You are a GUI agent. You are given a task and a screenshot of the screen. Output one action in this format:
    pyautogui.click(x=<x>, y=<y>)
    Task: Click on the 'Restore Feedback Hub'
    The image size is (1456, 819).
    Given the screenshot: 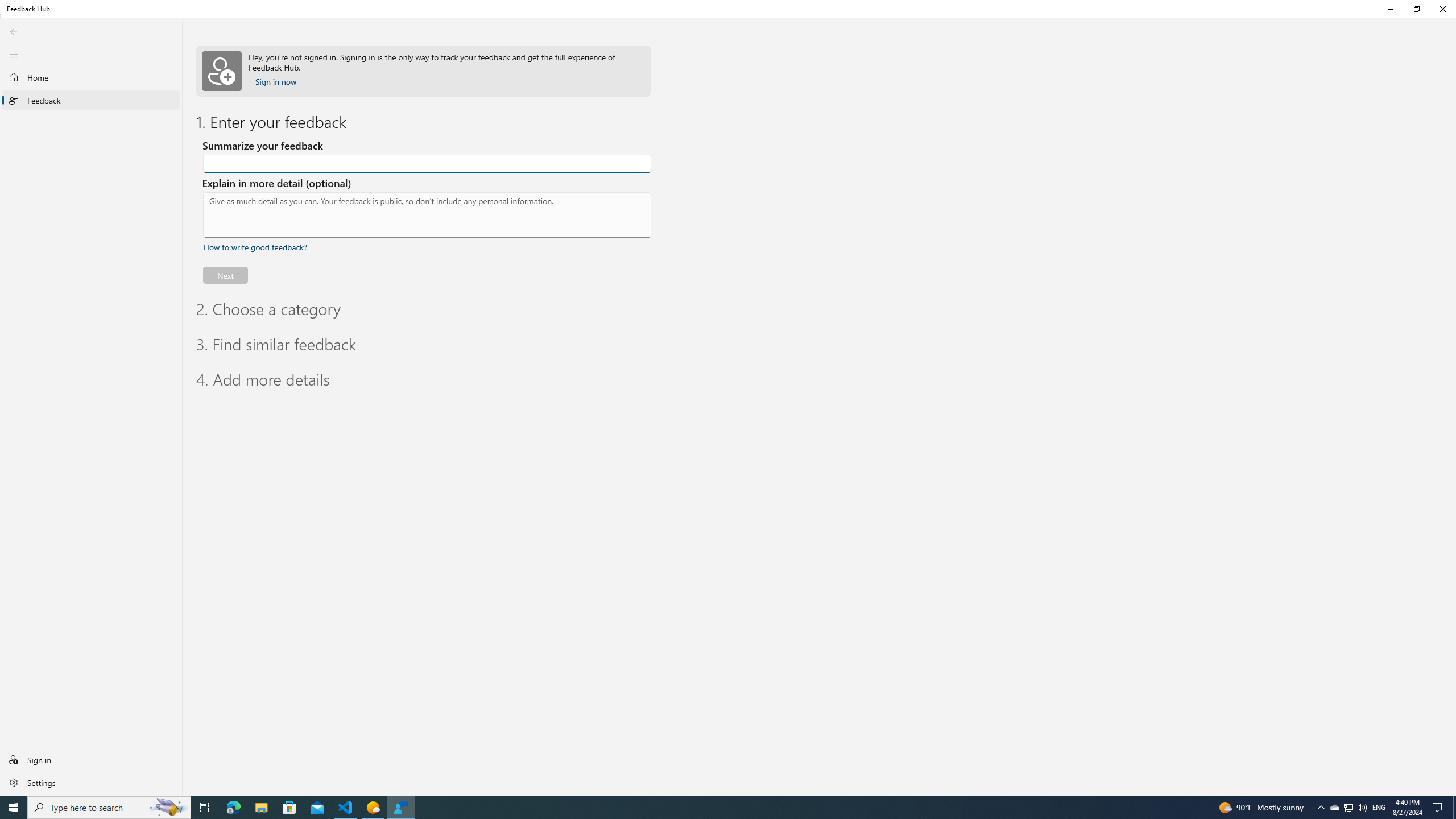 What is the action you would take?
    pyautogui.click(x=1416, y=9)
    